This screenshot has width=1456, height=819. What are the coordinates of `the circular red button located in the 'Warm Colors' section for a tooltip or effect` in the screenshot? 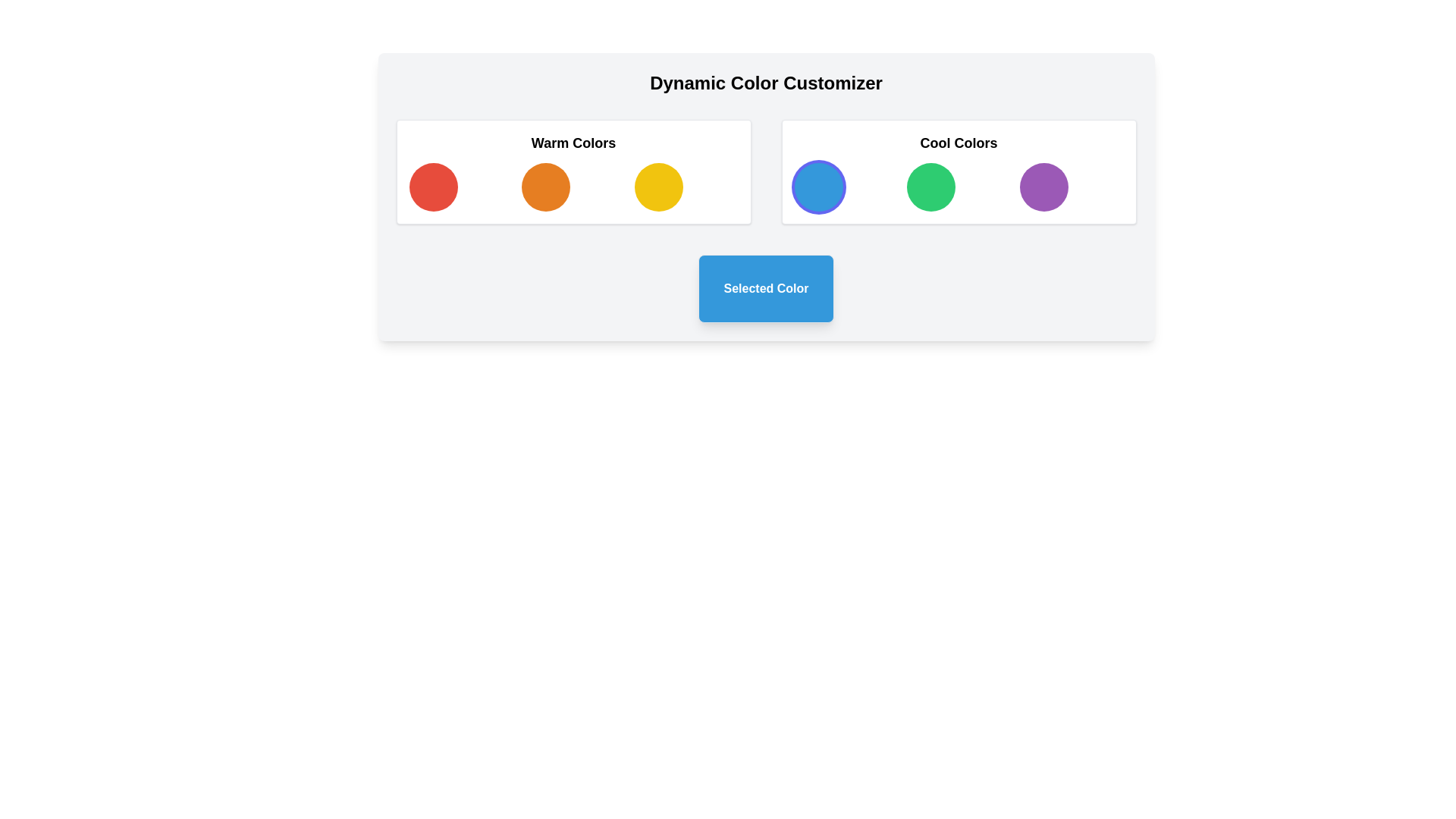 It's located at (432, 186).